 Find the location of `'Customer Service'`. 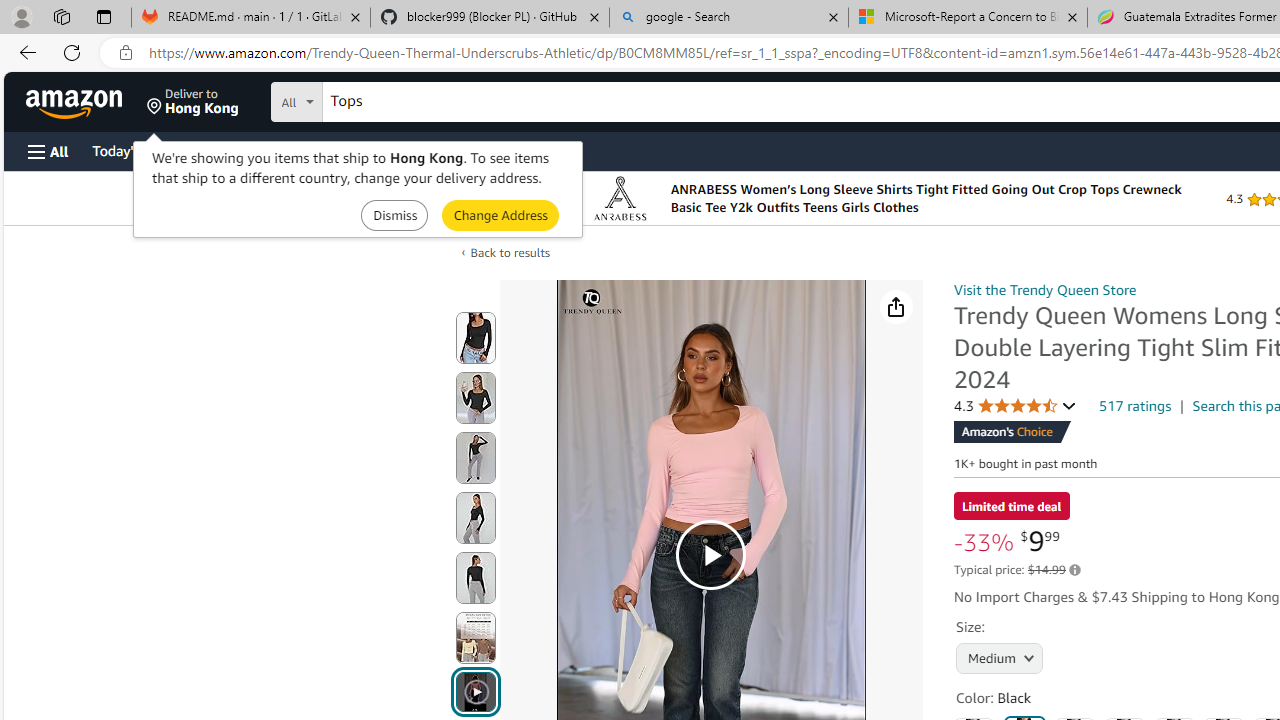

'Customer Service' is located at coordinates (255, 149).